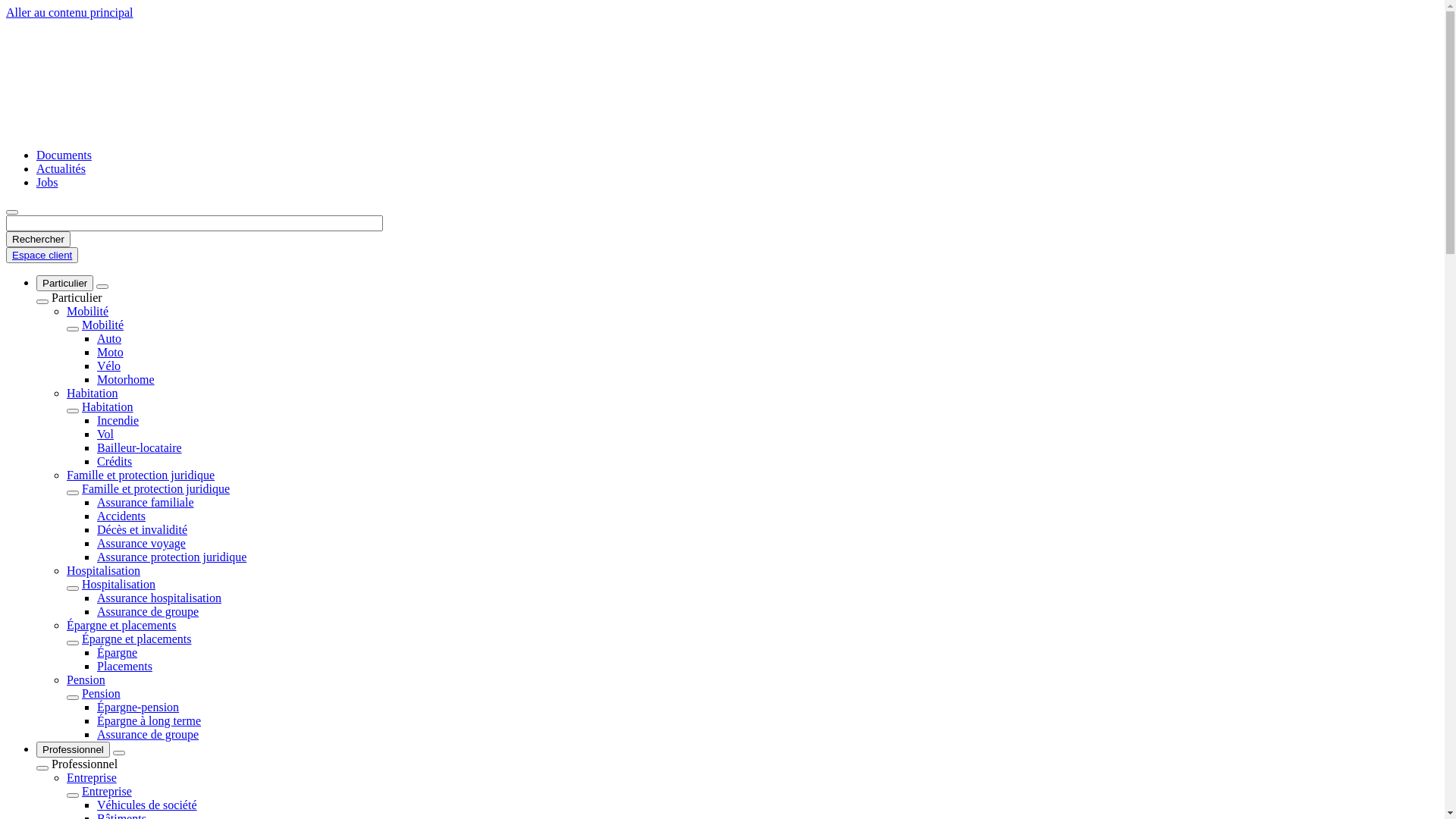 This screenshot has width=1456, height=819. Describe the element at coordinates (105, 790) in the screenshot. I see `'Entreprise'` at that location.